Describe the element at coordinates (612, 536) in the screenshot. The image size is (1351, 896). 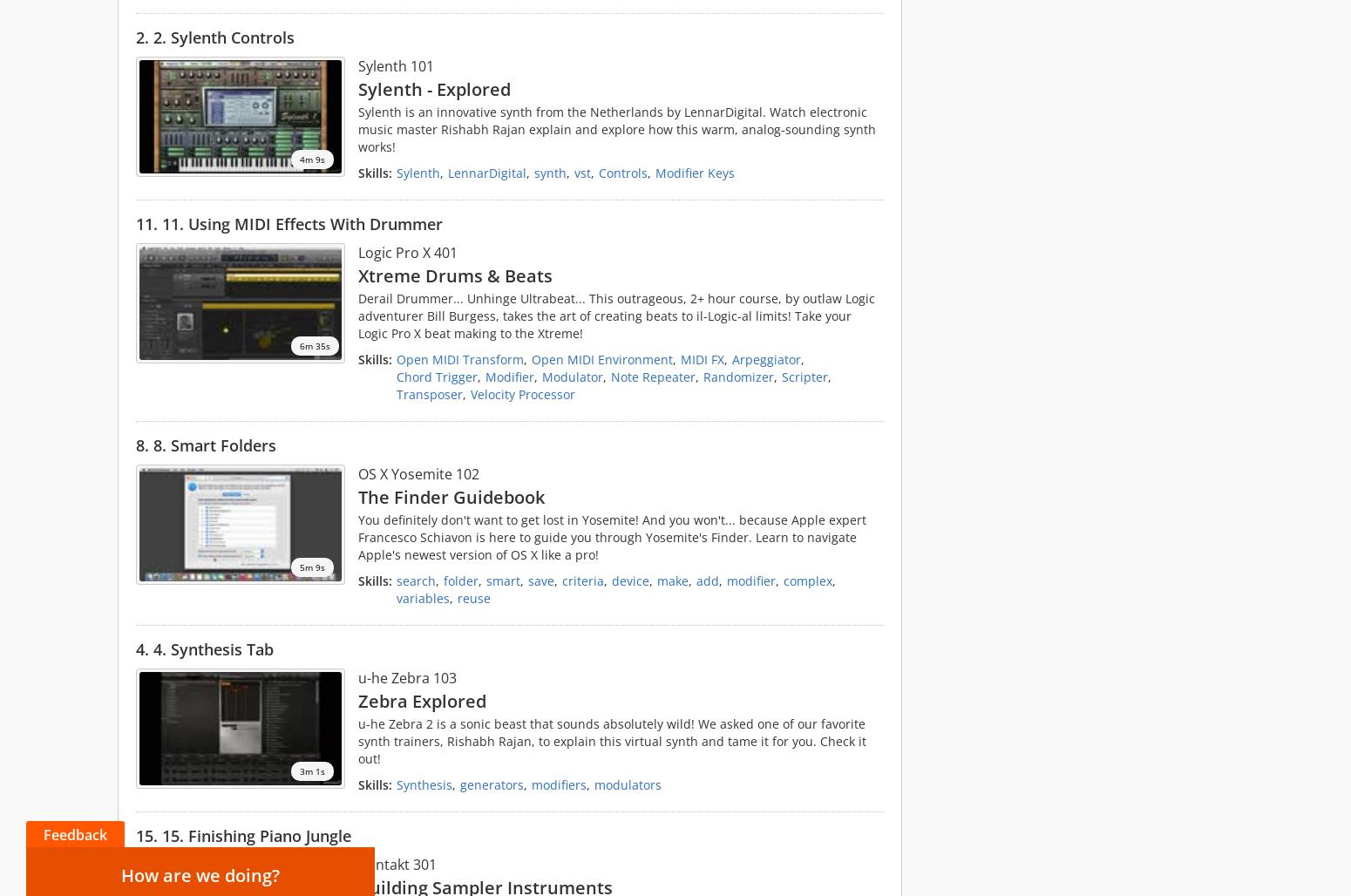
I see `'You definitely don't want to get lost in Yosemite! And you won't... because Apple expert Francesco Schiavon is here to guide you through Yosemite's Finder. Learn to navigate Apple's newest version of OS X like a pro!'` at that location.